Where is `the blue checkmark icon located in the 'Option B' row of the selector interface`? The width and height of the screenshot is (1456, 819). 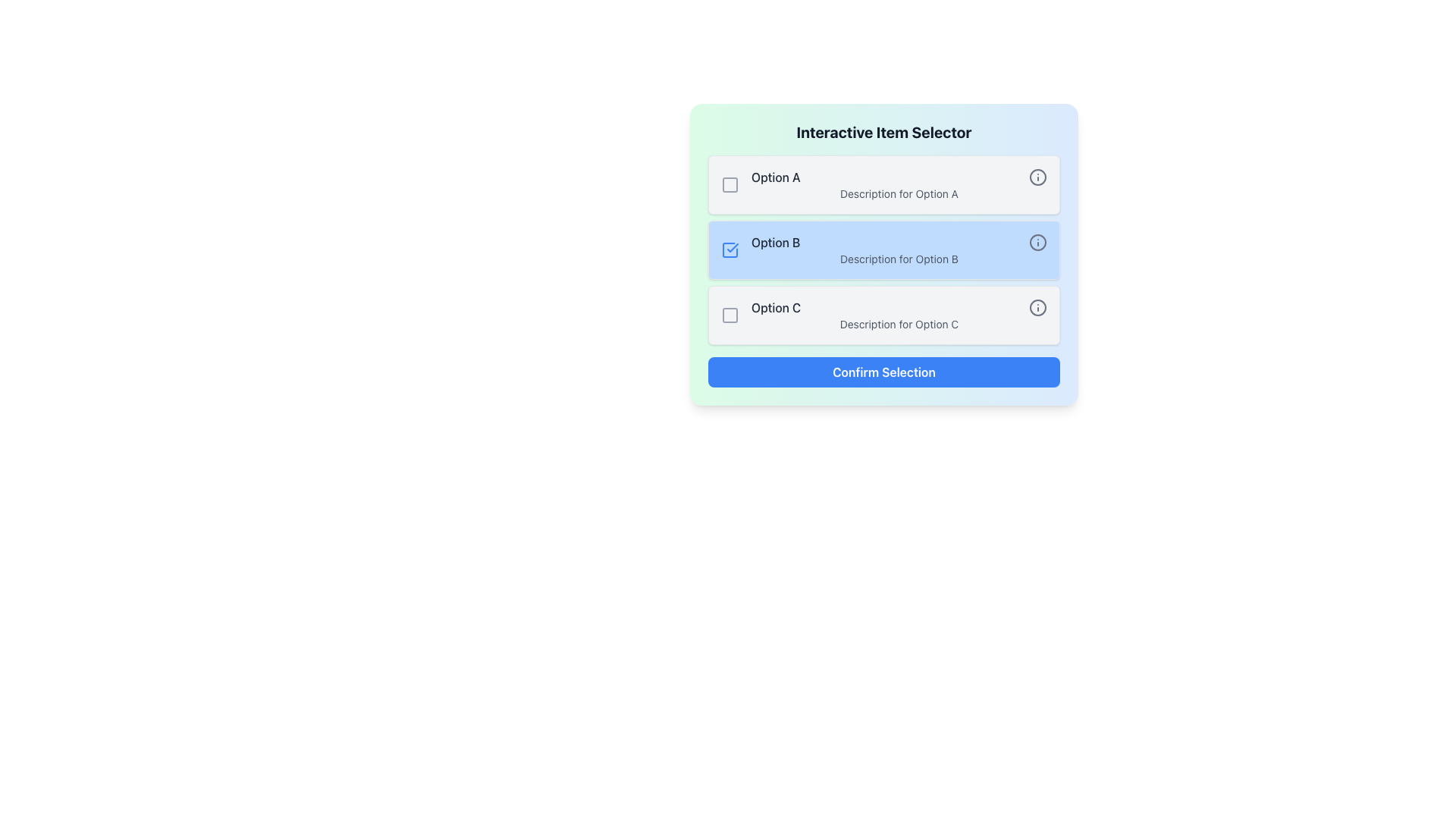 the blue checkmark icon located in the 'Option B' row of the selector interface is located at coordinates (733, 247).